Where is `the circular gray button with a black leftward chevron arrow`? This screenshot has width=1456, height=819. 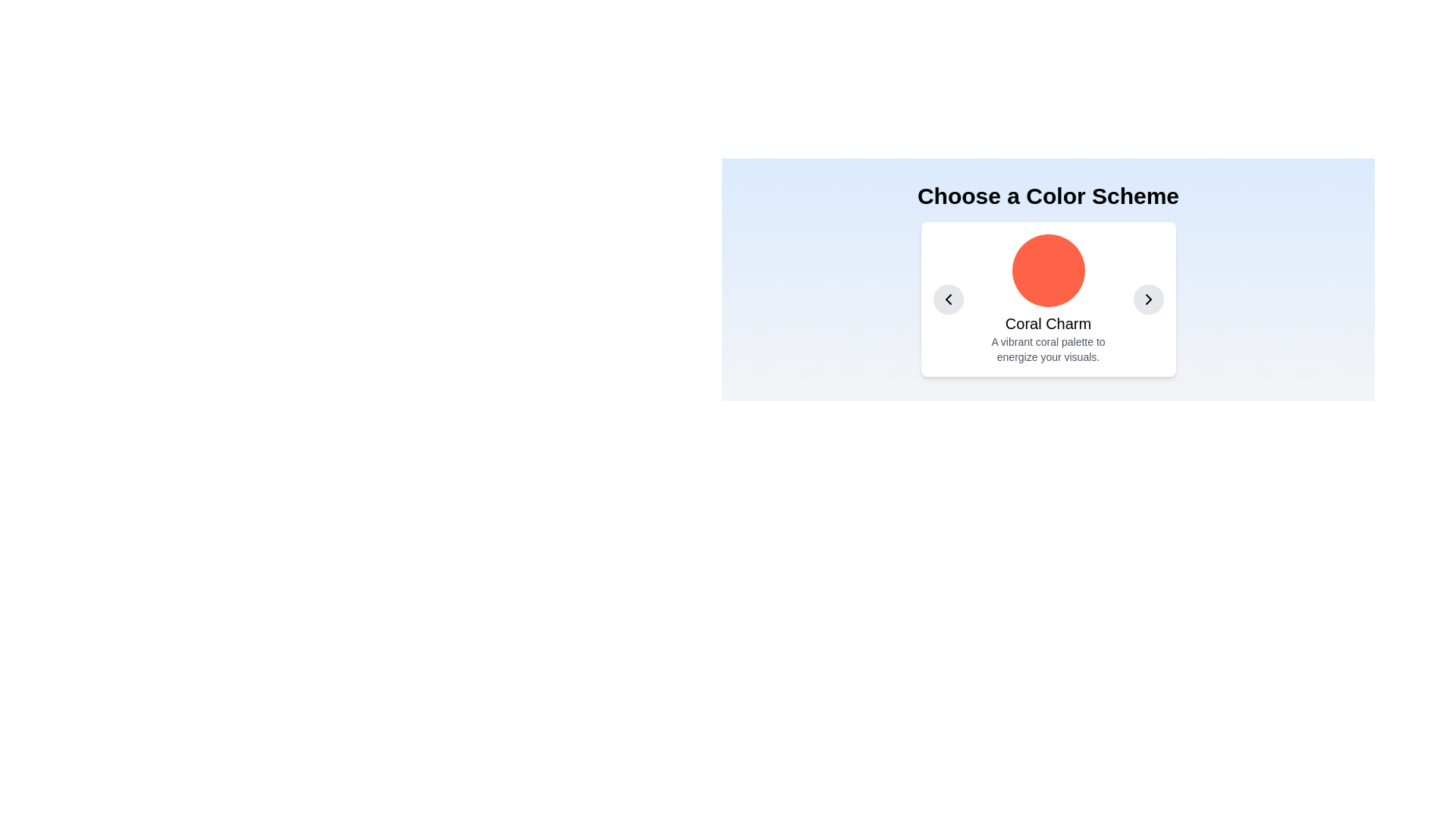 the circular gray button with a black leftward chevron arrow is located at coordinates (947, 299).